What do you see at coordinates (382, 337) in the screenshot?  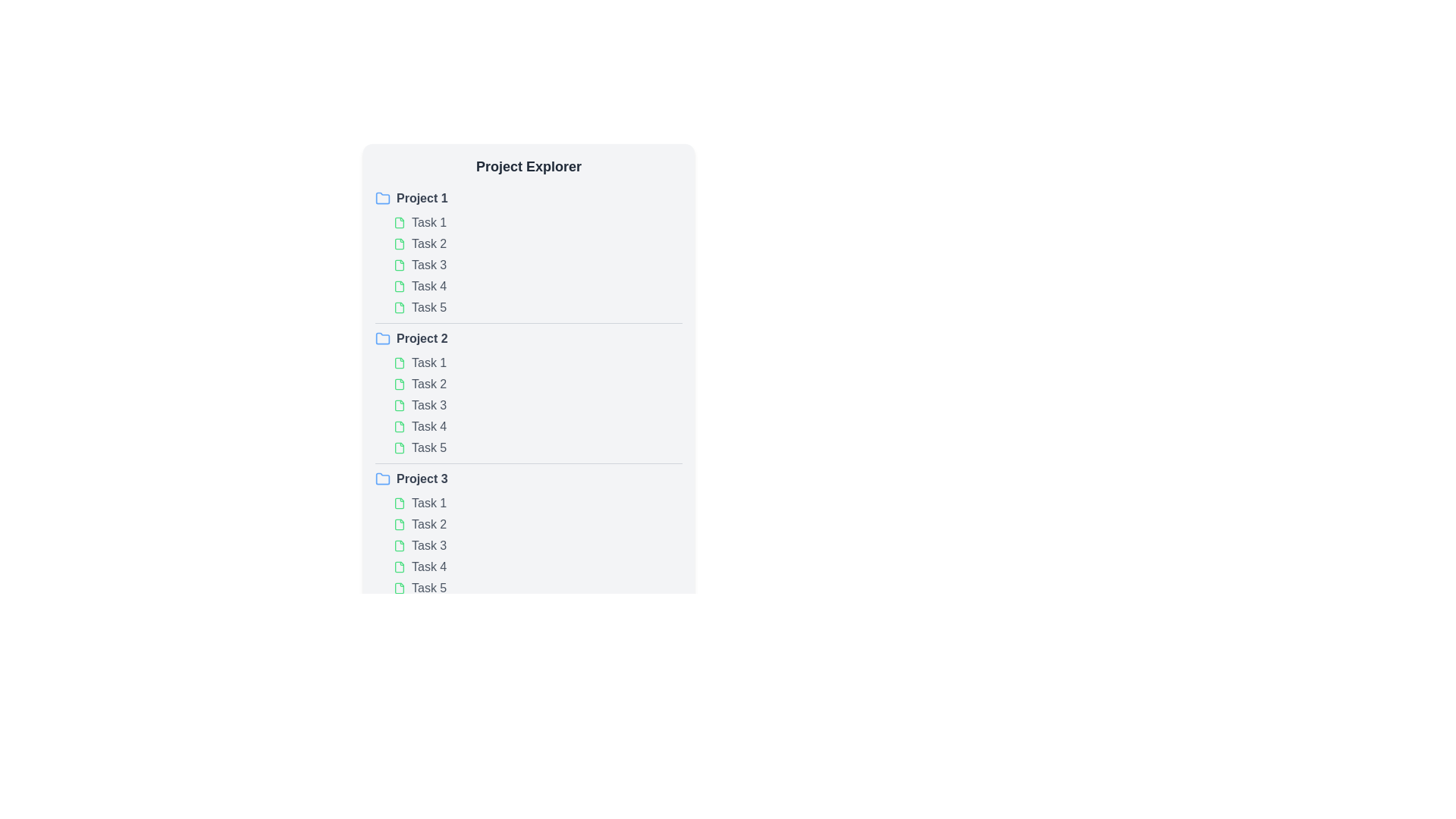 I see `the folder icon representing 'Project 2' located in the 'Project Explorer' section, adjacent to the label 'Project 2'` at bounding box center [382, 337].